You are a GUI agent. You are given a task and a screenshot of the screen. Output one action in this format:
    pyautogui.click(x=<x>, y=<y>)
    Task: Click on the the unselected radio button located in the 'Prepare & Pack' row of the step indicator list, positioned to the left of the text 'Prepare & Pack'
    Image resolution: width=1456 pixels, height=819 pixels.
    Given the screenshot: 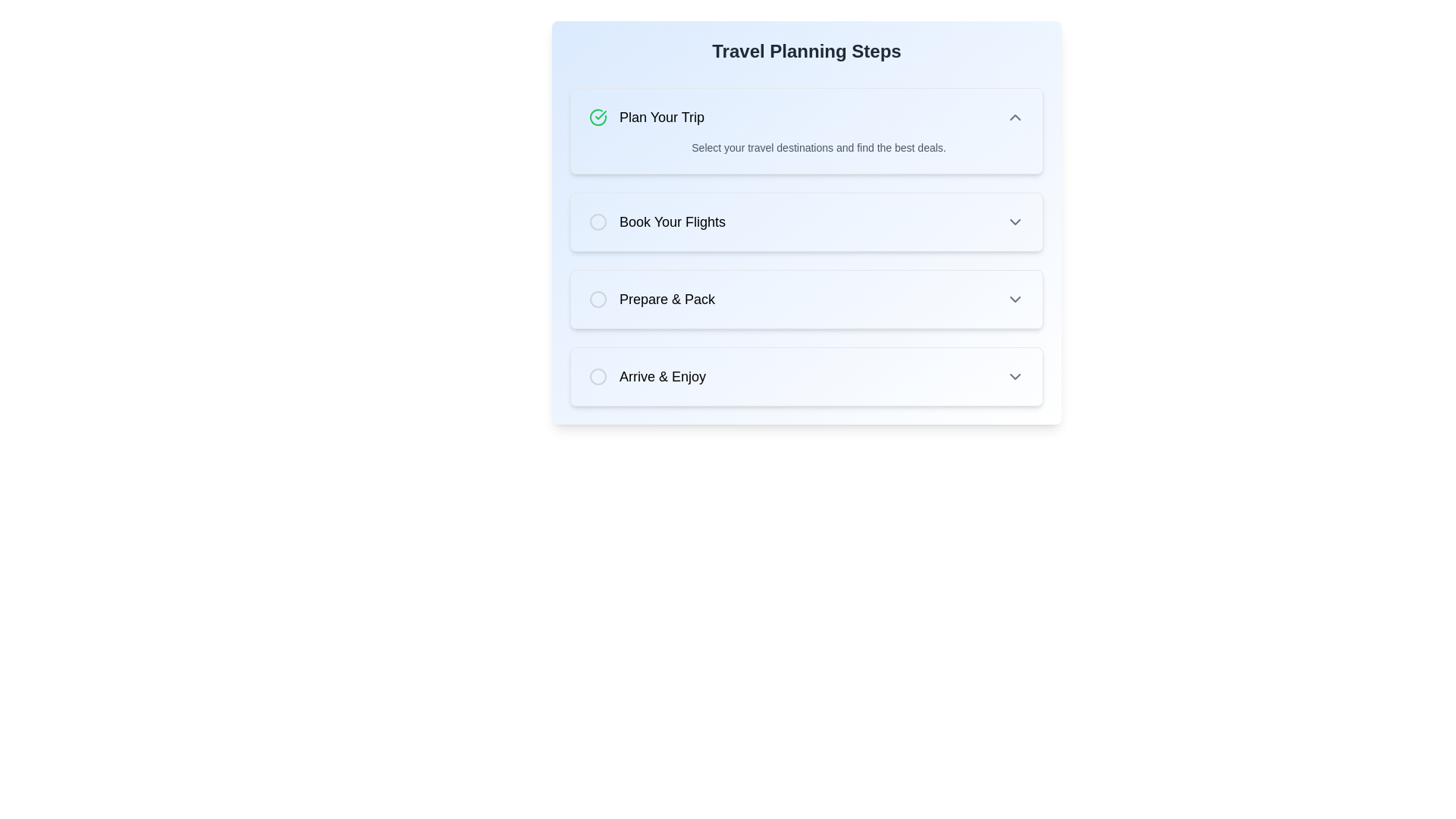 What is the action you would take?
    pyautogui.click(x=597, y=299)
    